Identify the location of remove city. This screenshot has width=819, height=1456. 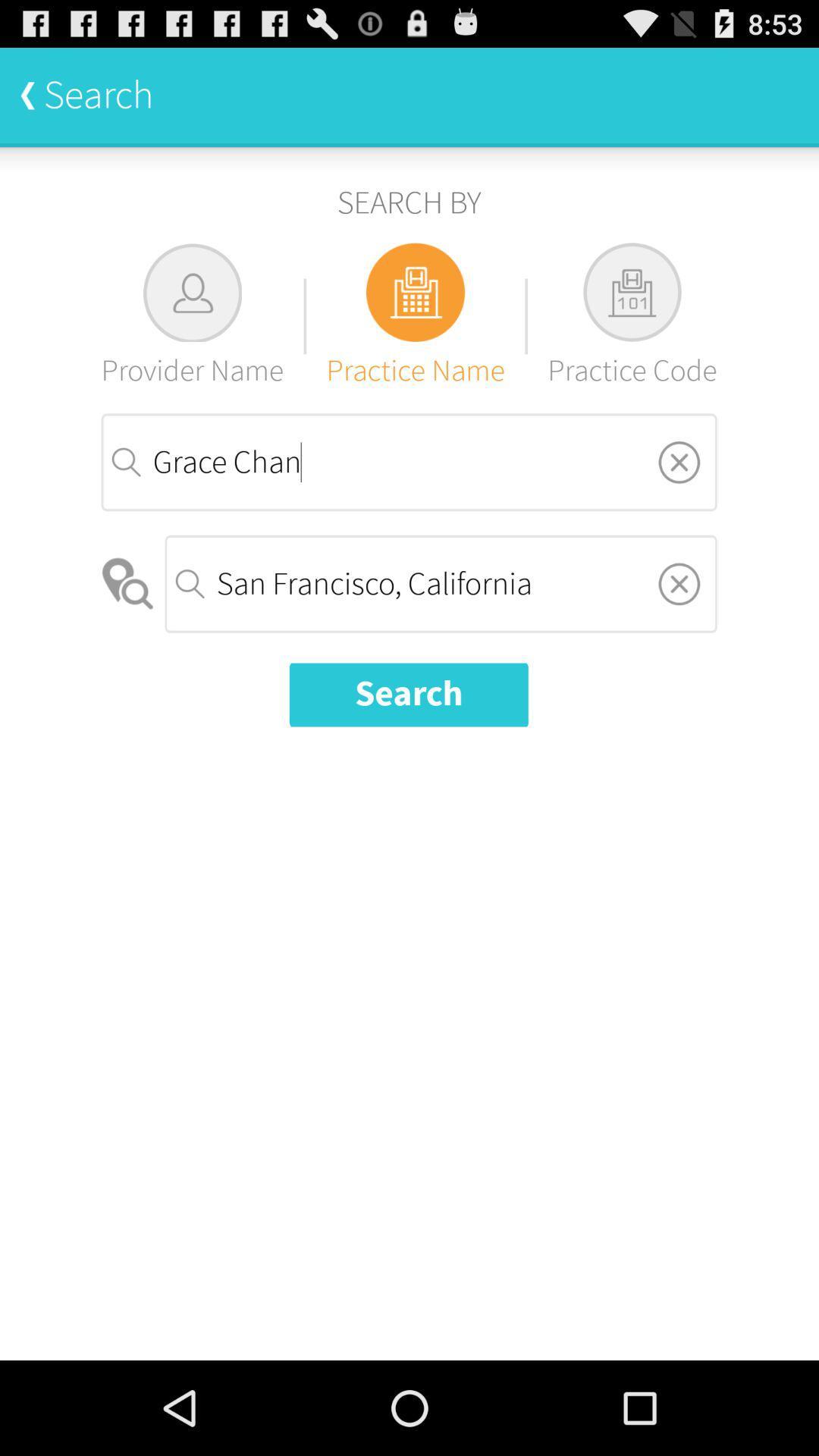
(678, 582).